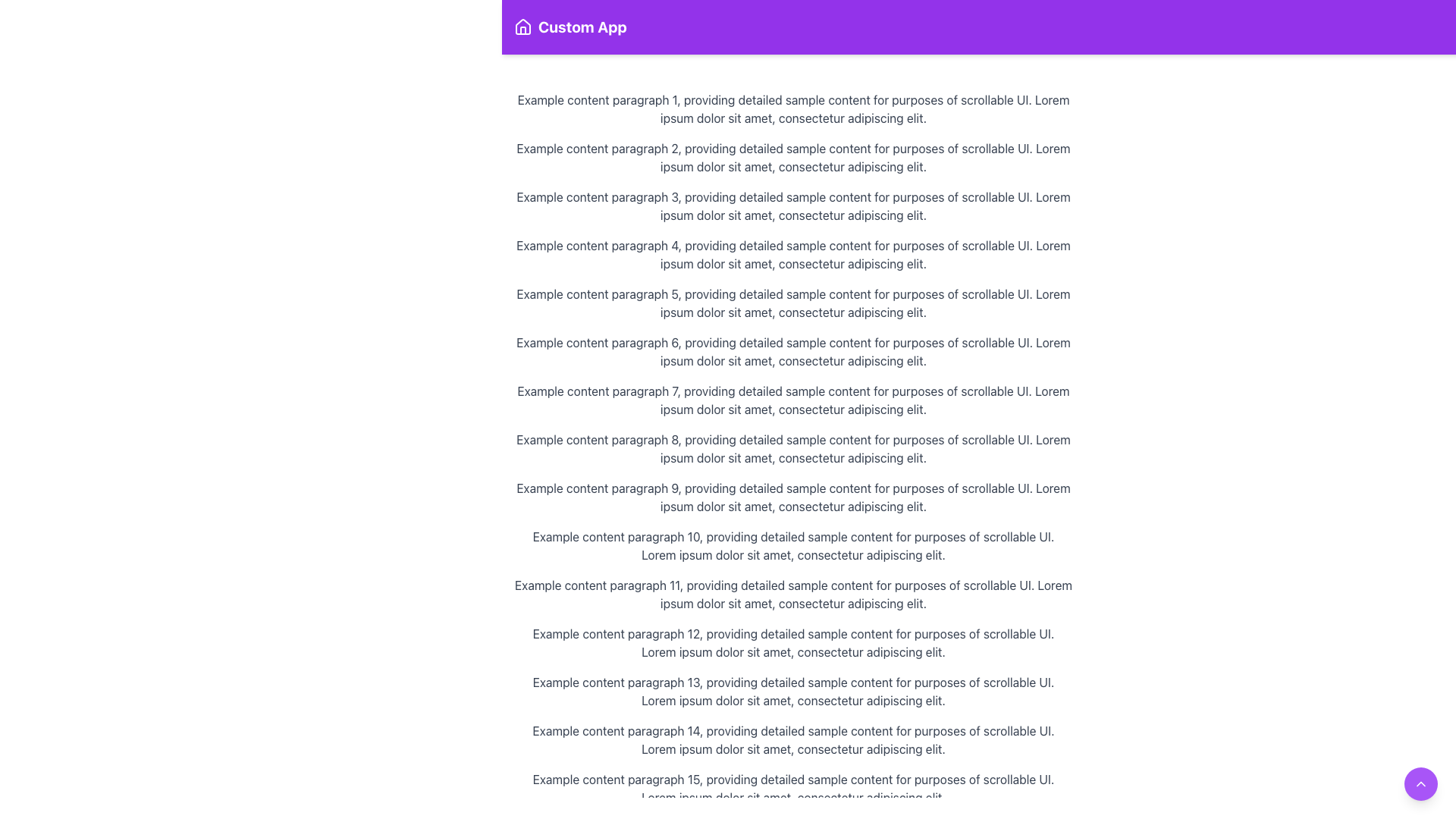 This screenshot has height=819, width=1456. Describe the element at coordinates (792, 691) in the screenshot. I see `textual information displayed in the 13th paragraph of the scrollable content area, which is centrally aligned in the interface` at that location.